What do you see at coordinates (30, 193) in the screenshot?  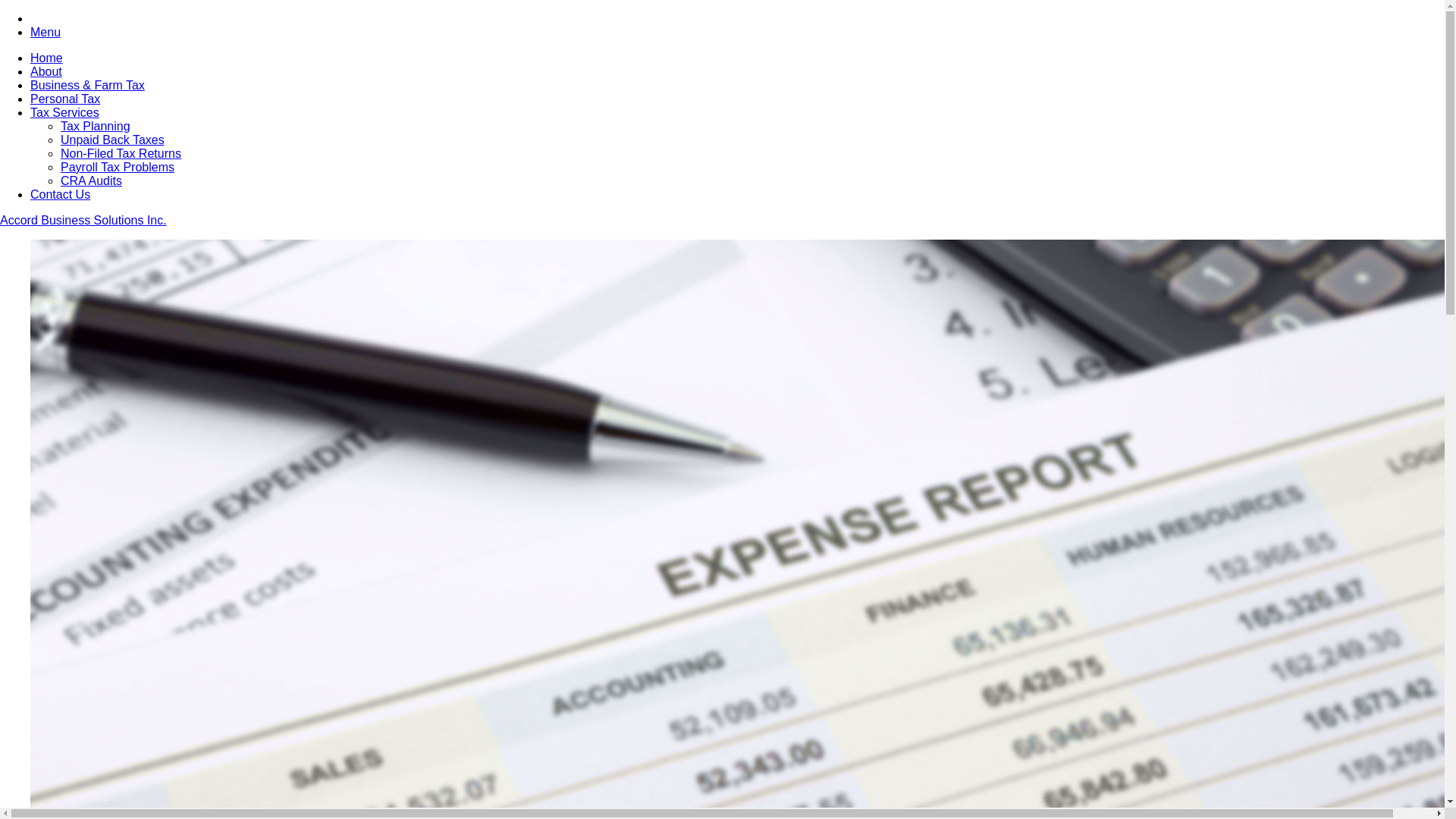 I see `'Contact Us'` at bounding box center [30, 193].